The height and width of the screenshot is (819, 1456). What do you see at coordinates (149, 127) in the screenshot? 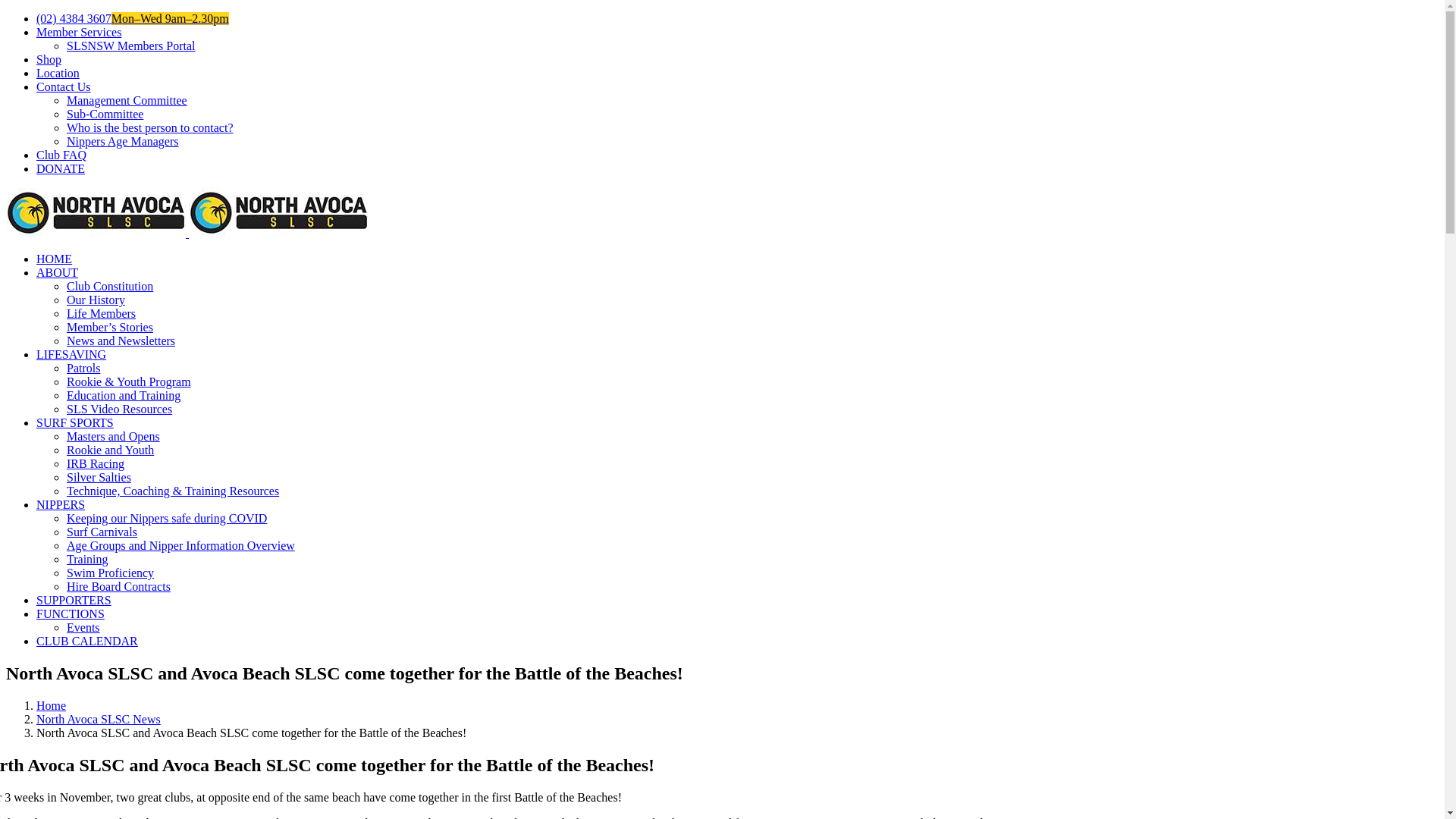
I see `'Who is the best person to contact?'` at bounding box center [149, 127].